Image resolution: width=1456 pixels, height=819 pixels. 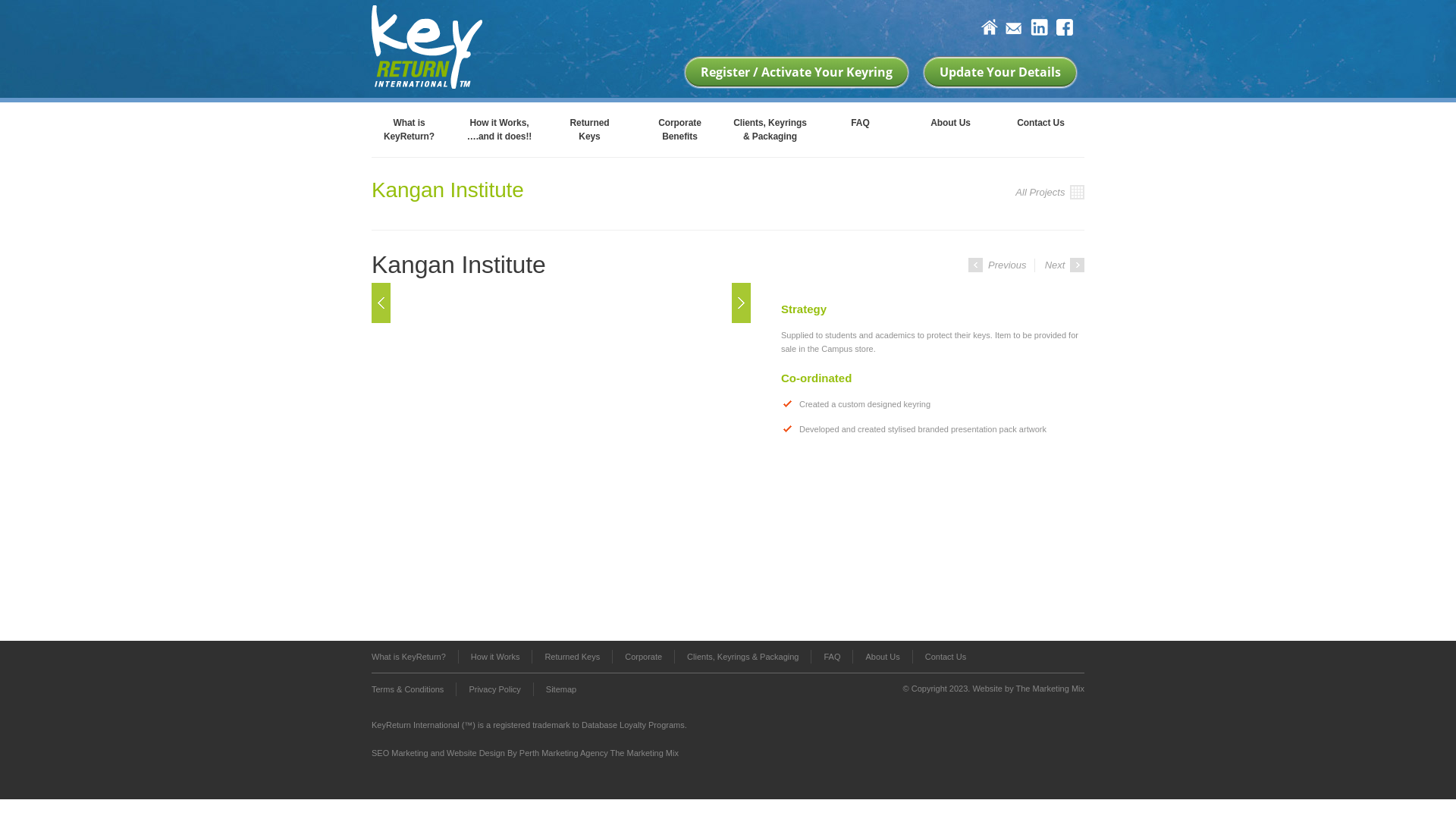 What do you see at coordinates (1049, 192) in the screenshot?
I see `'All Projects'` at bounding box center [1049, 192].